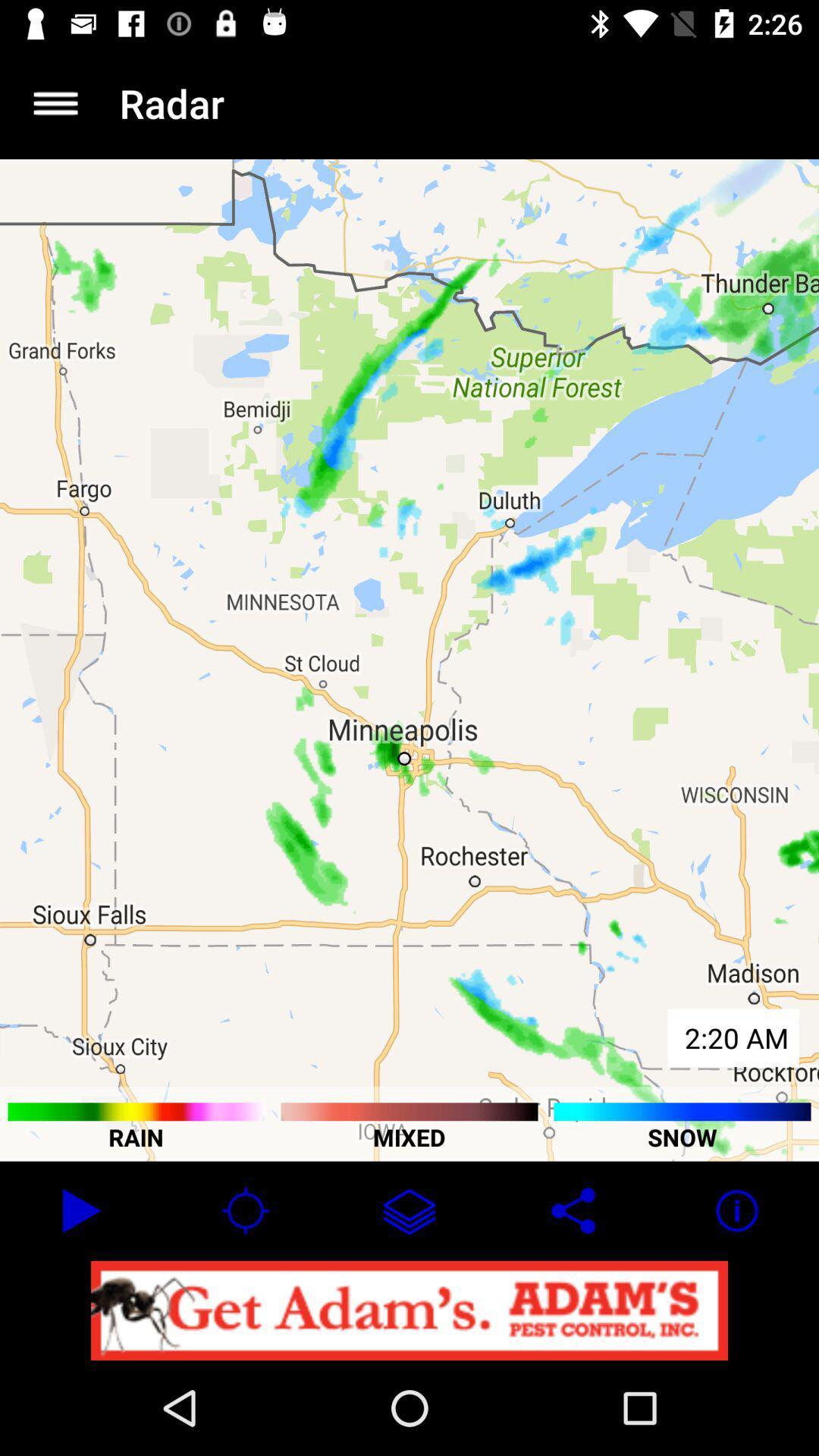  Describe the element at coordinates (409, 1310) in the screenshot. I see `notification` at that location.